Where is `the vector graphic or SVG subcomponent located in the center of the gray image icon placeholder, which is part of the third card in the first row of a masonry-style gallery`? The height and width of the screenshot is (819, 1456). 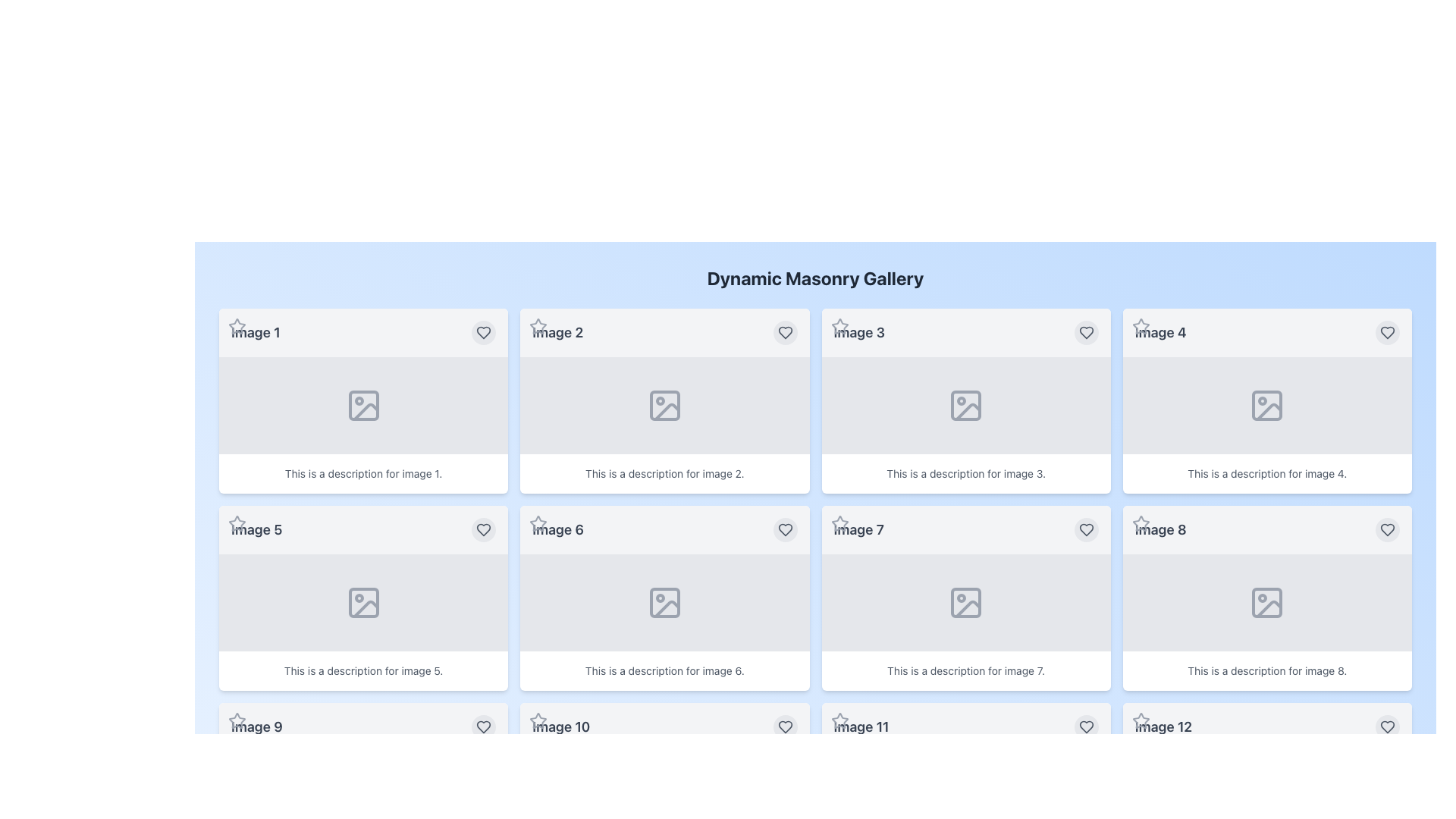
the vector graphic or SVG subcomponent located in the center of the gray image icon placeholder, which is part of the third card in the first row of a masonry-style gallery is located at coordinates (965, 405).